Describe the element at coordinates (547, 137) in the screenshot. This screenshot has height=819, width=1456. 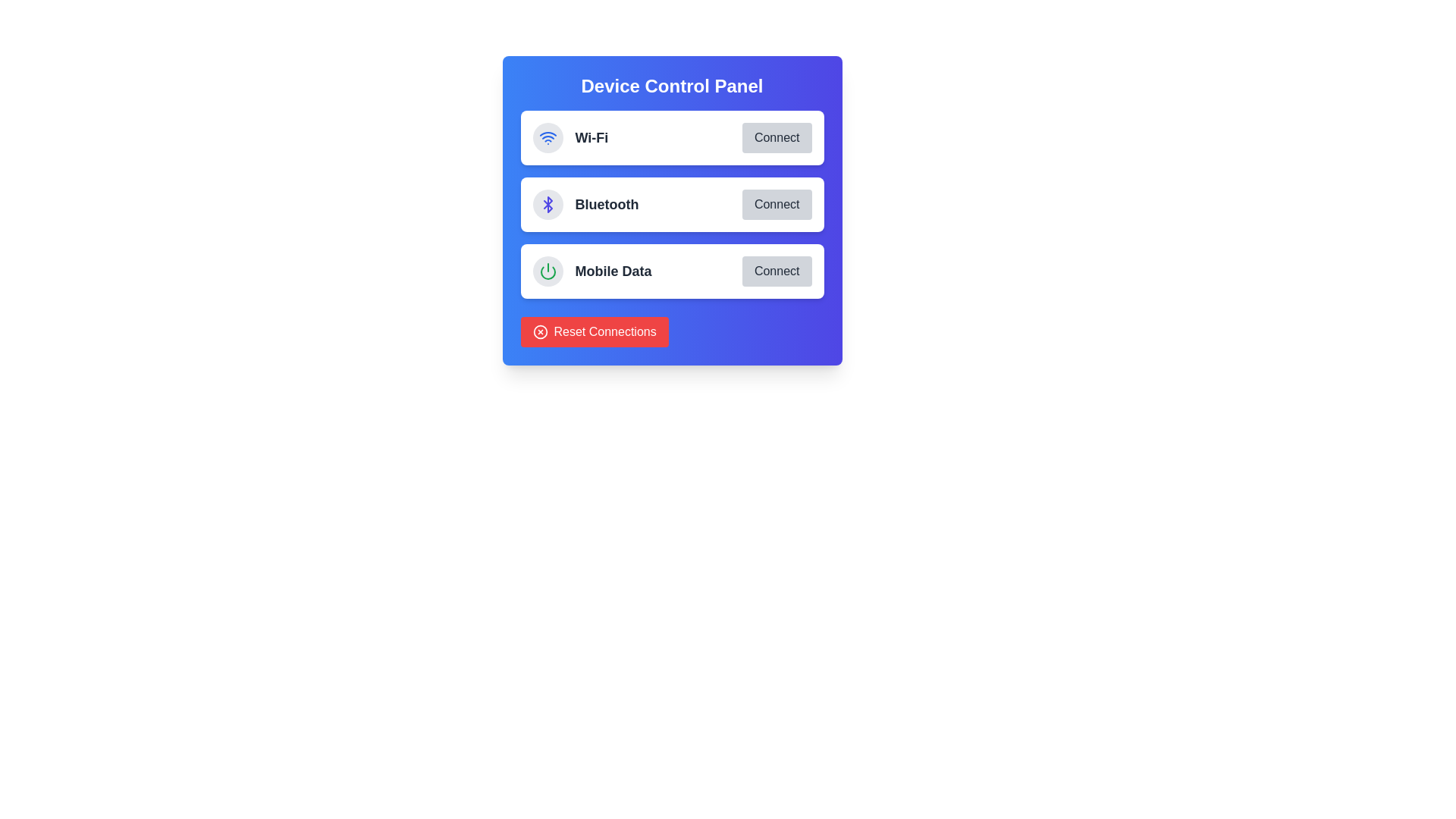
I see `the Wi-Fi icon located in the top region of the blue panel labeled 'Device Control Panel', which is the first item in a vertical list of icons` at that location.